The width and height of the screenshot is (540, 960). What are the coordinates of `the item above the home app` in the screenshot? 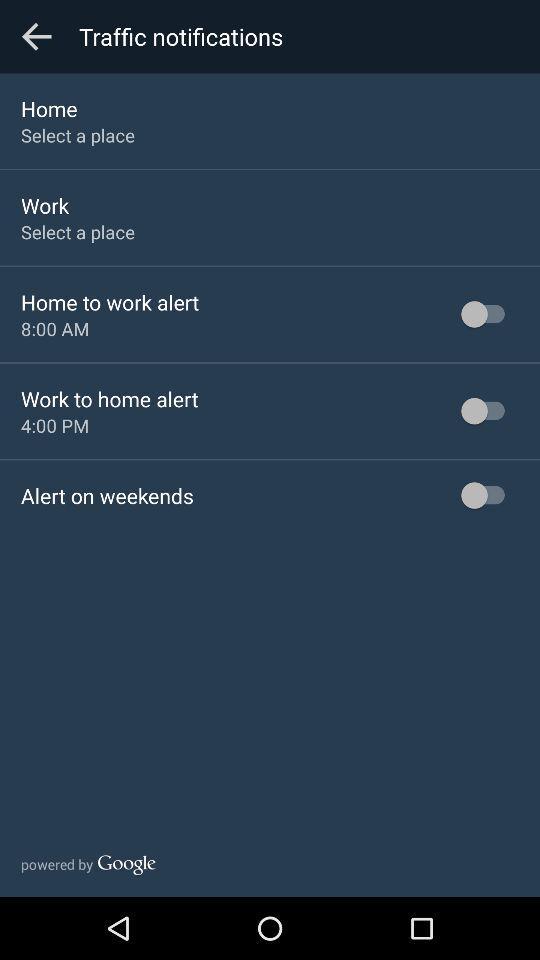 It's located at (36, 35).